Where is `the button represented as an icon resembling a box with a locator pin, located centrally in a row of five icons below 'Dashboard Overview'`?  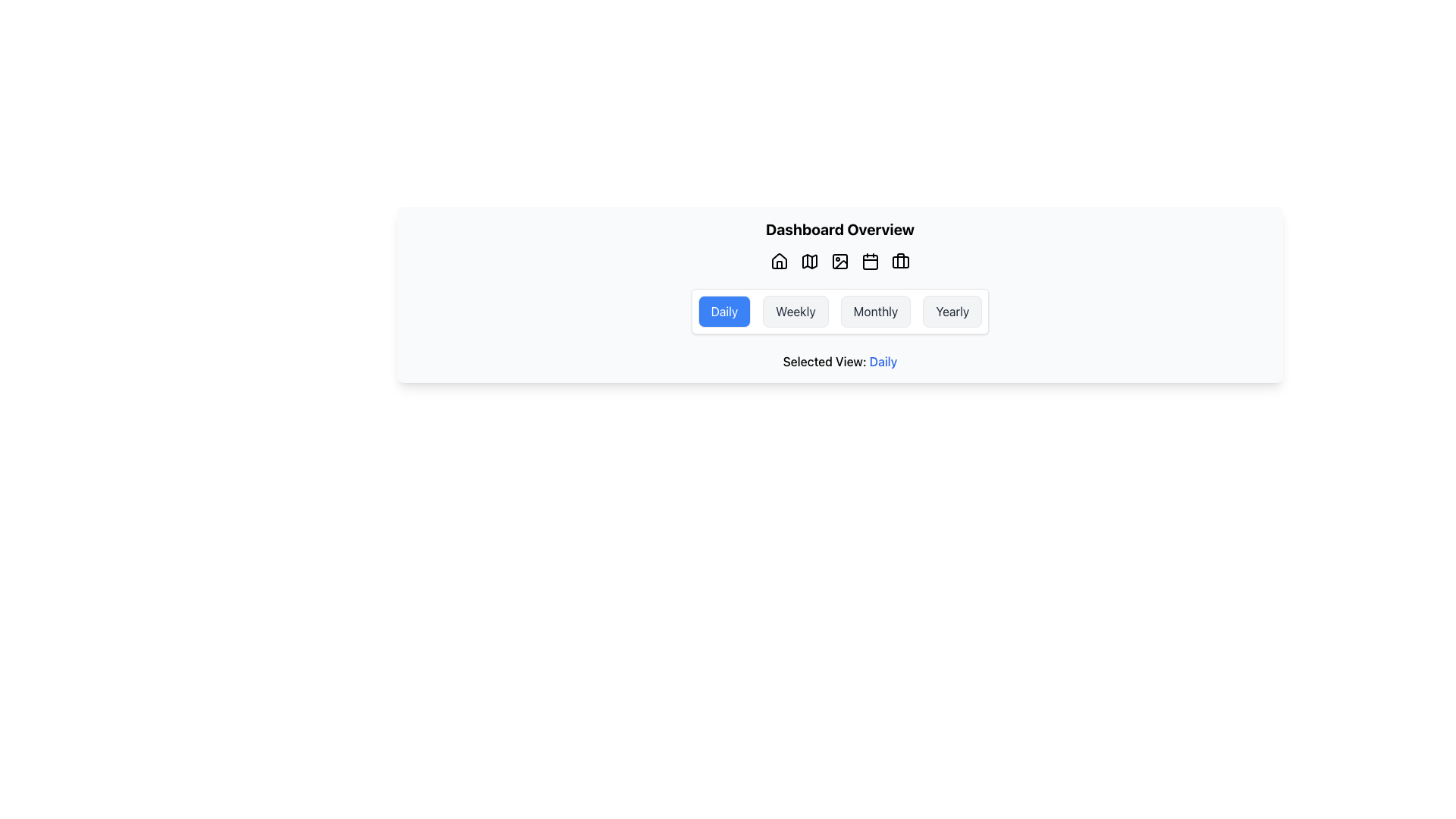 the button represented as an icon resembling a box with a locator pin, located centrally in a row of five icons below 'Dashboard Overview' is located at coordinates (839, 260).